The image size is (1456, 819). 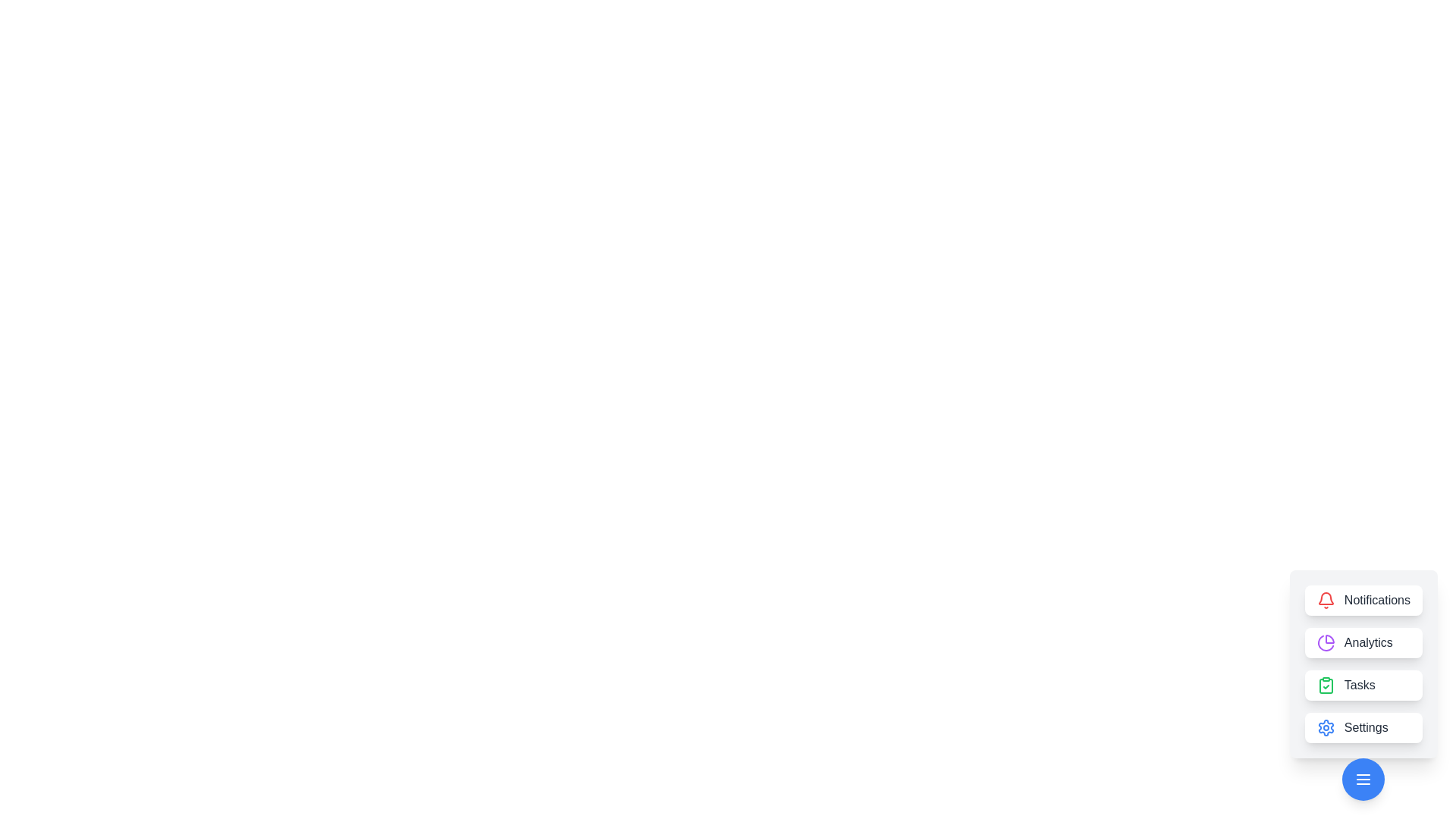 I want to click on the Settings button to access its functionality, so click(x=1363, y=727).